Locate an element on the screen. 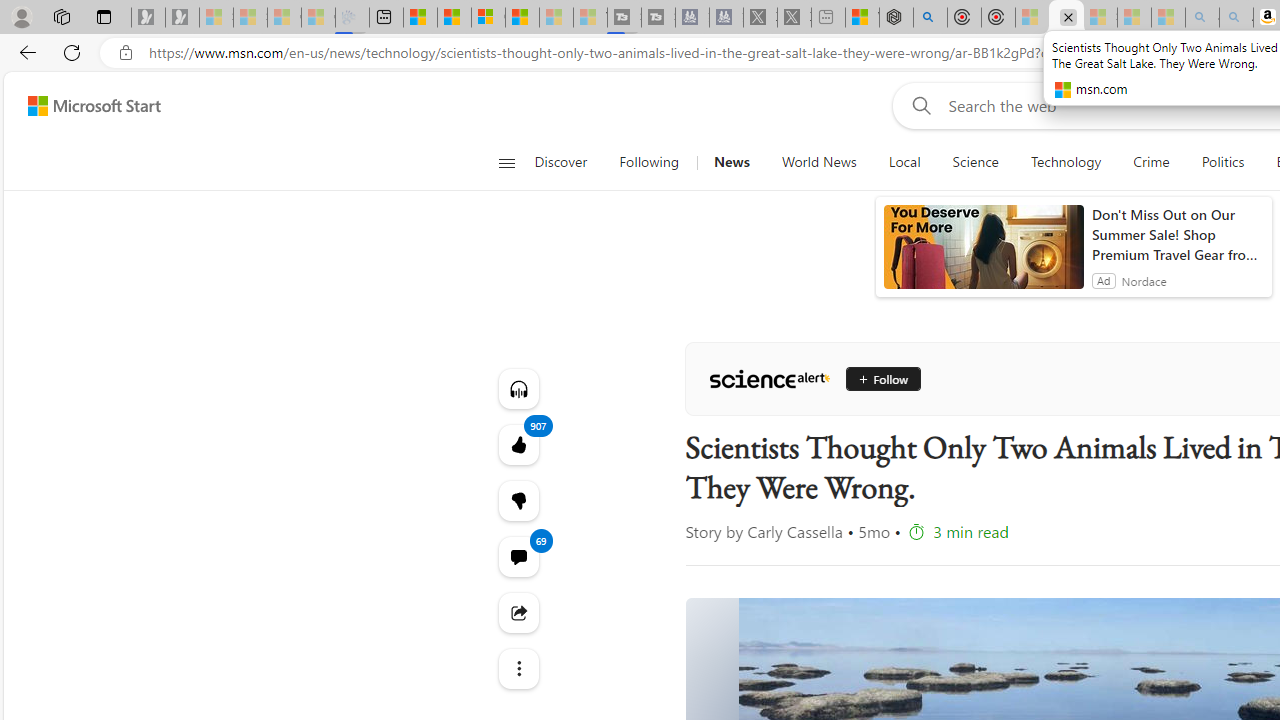 Image resolution: width=1280 pixels, height=720 pixels. 'Technology' is located at coordinates (1064, 162).